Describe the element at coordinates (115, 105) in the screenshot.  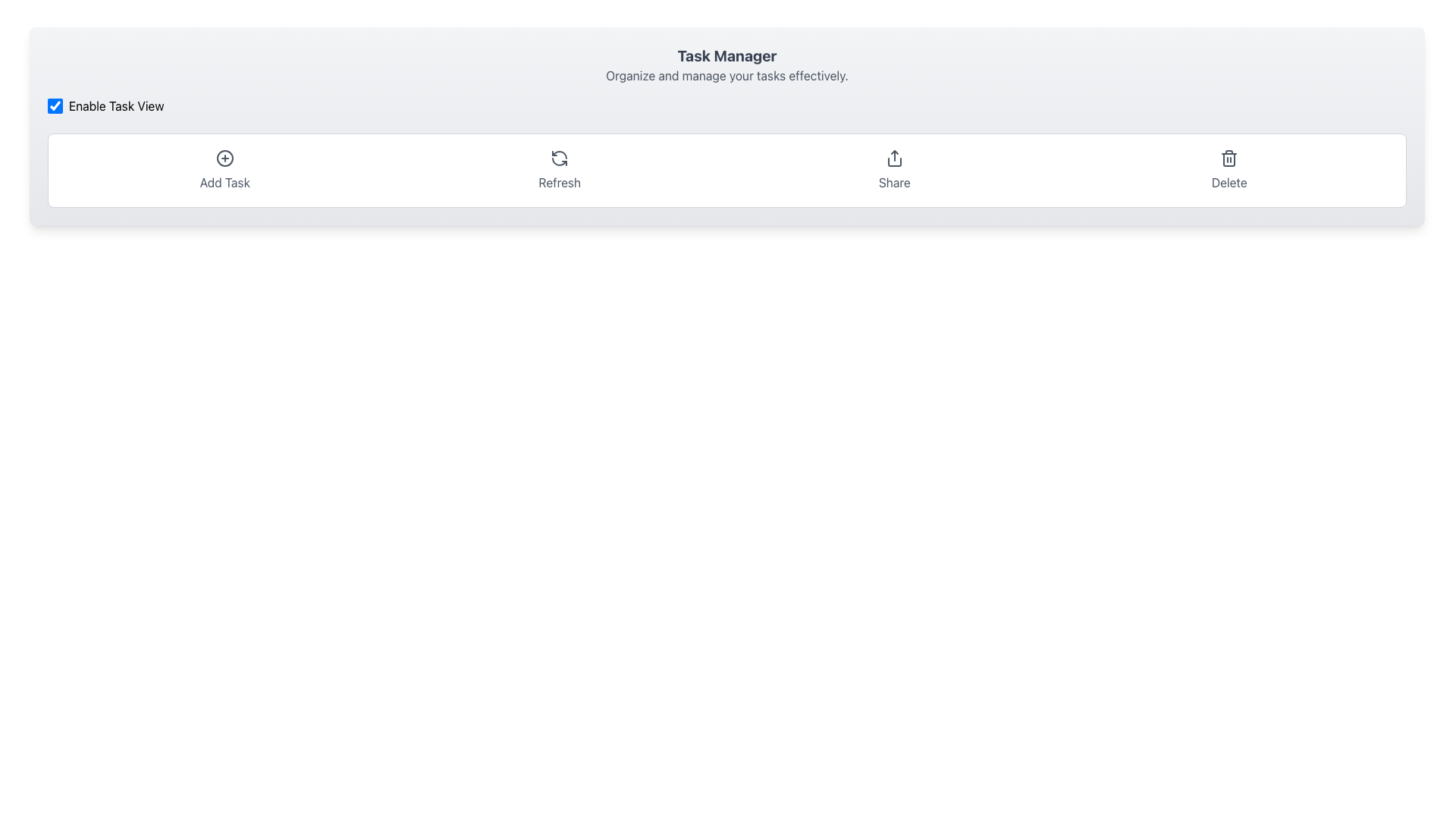
I see `the text label that reads 'Enable Task View', which is styled in black text on a white background and is located near a checkbox` at that location.